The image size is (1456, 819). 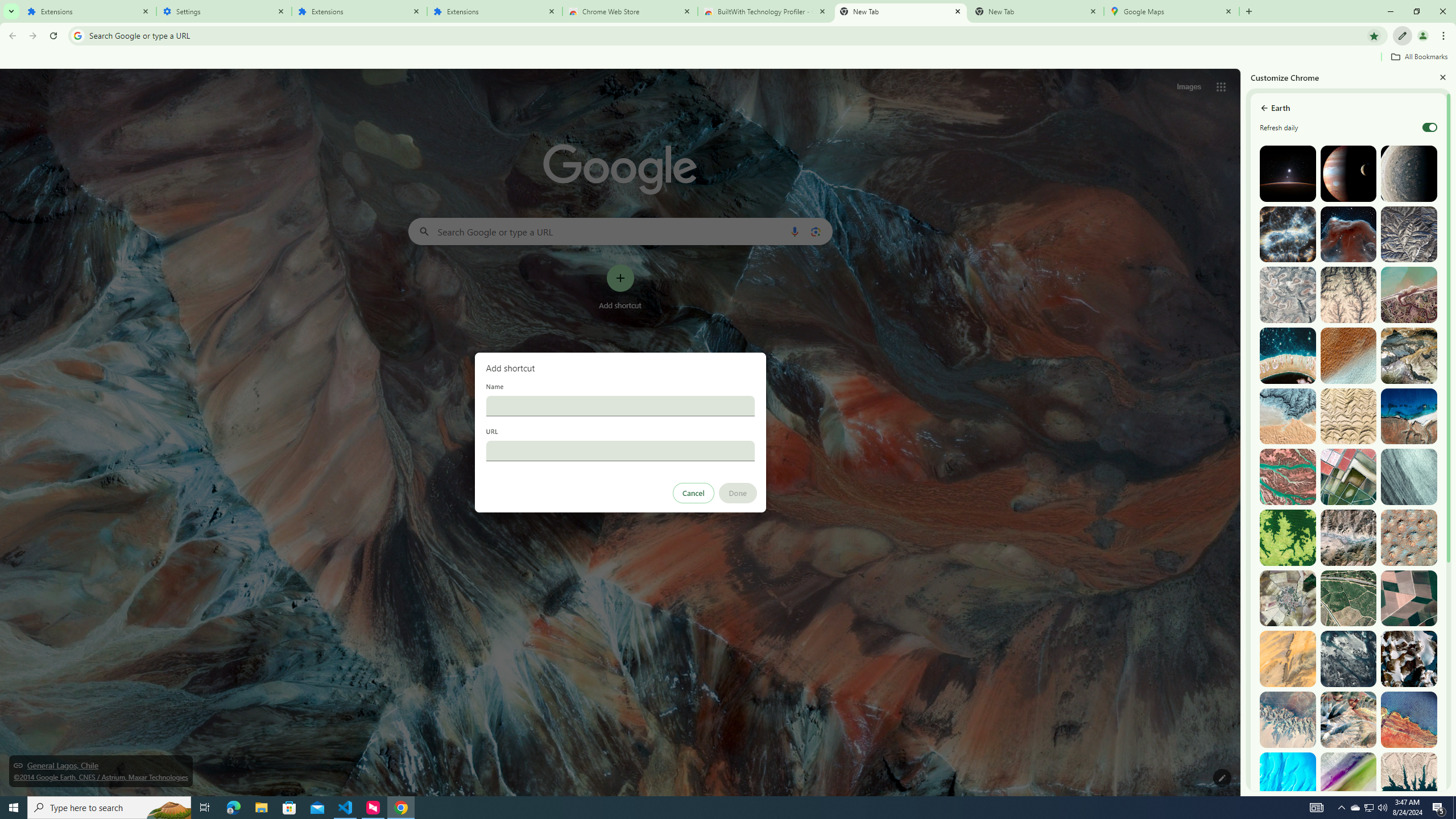 I want to click on 'URL', so click(x=619, y=450).